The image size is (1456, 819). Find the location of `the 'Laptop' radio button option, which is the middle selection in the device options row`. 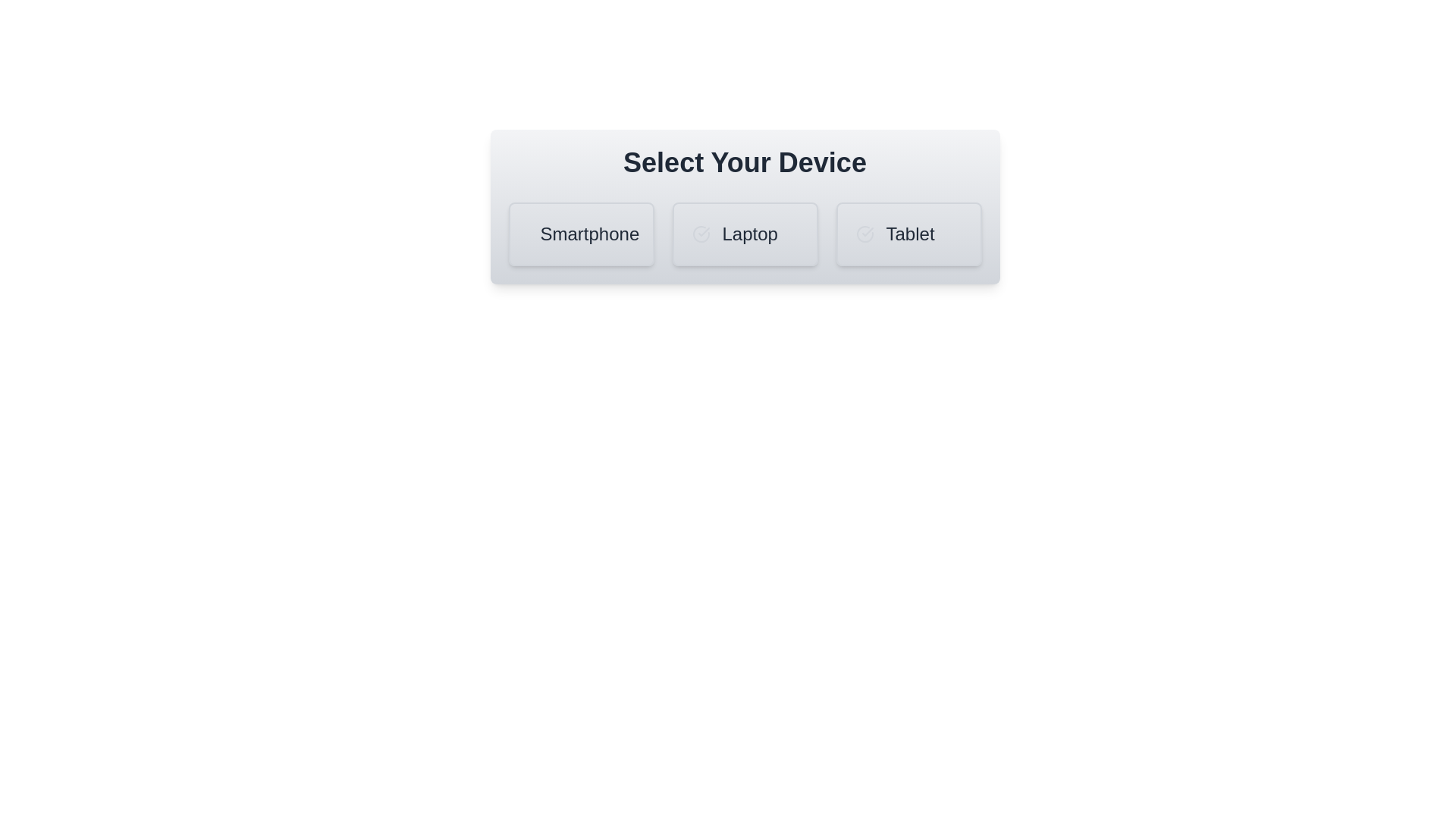

the 'Laptop' radio button option, which is the middle selection in the device options row is located at coordinates (745, 234).